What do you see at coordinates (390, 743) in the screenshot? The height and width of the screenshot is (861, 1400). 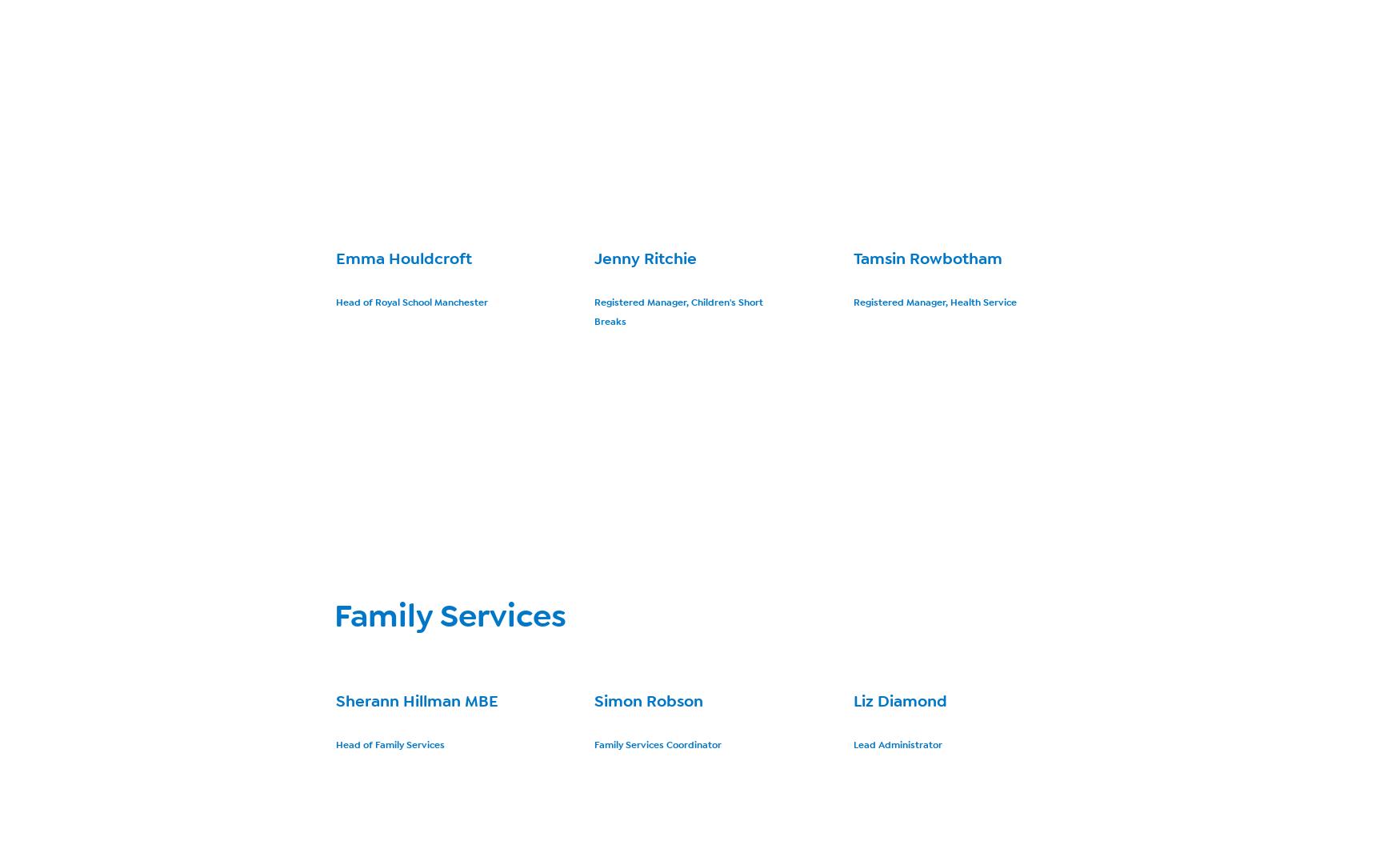 I see `'Head of Family Services'` at bounding box center [390, 743].